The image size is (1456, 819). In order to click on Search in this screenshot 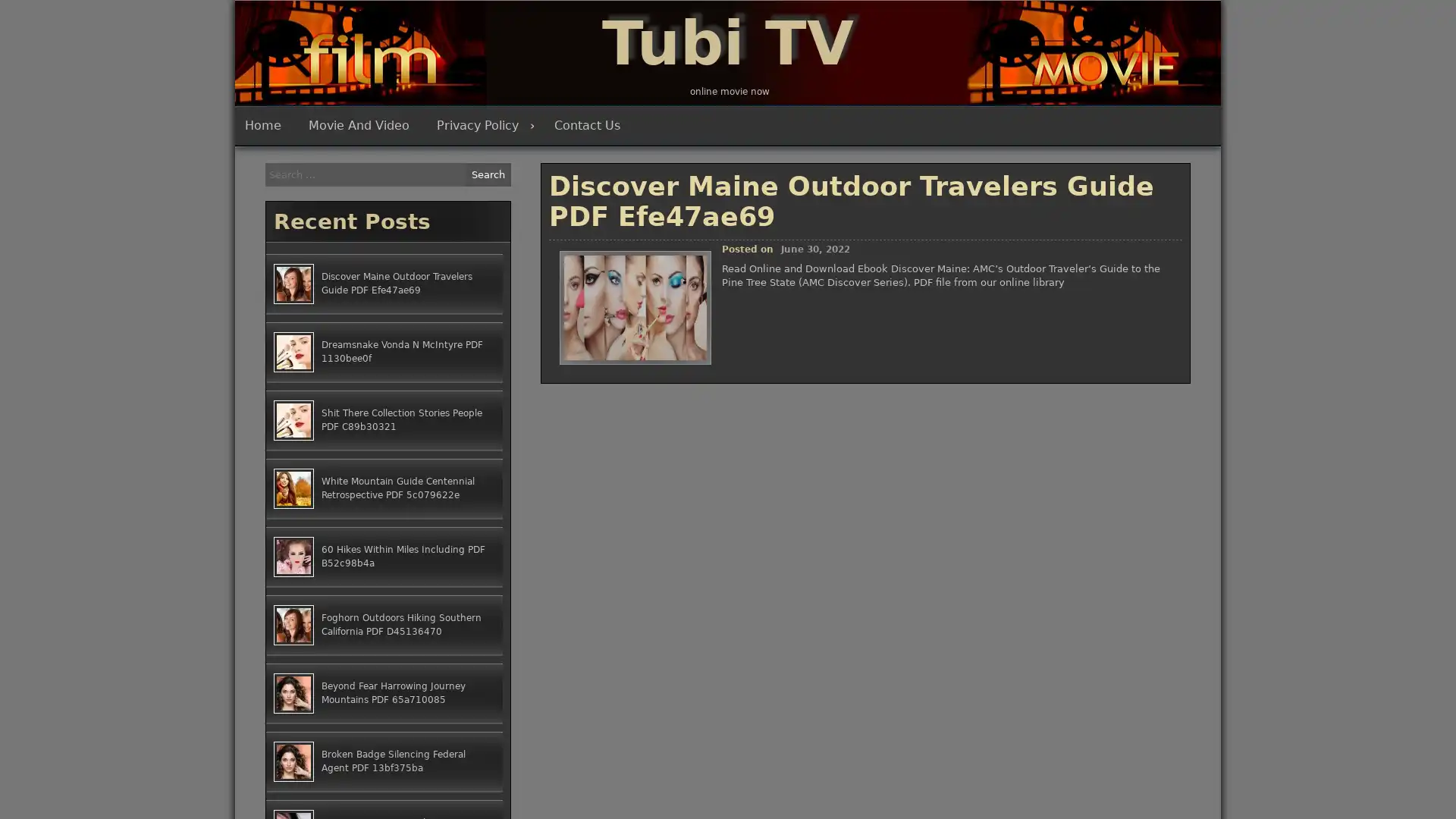, I will do `click(488, 174)`.